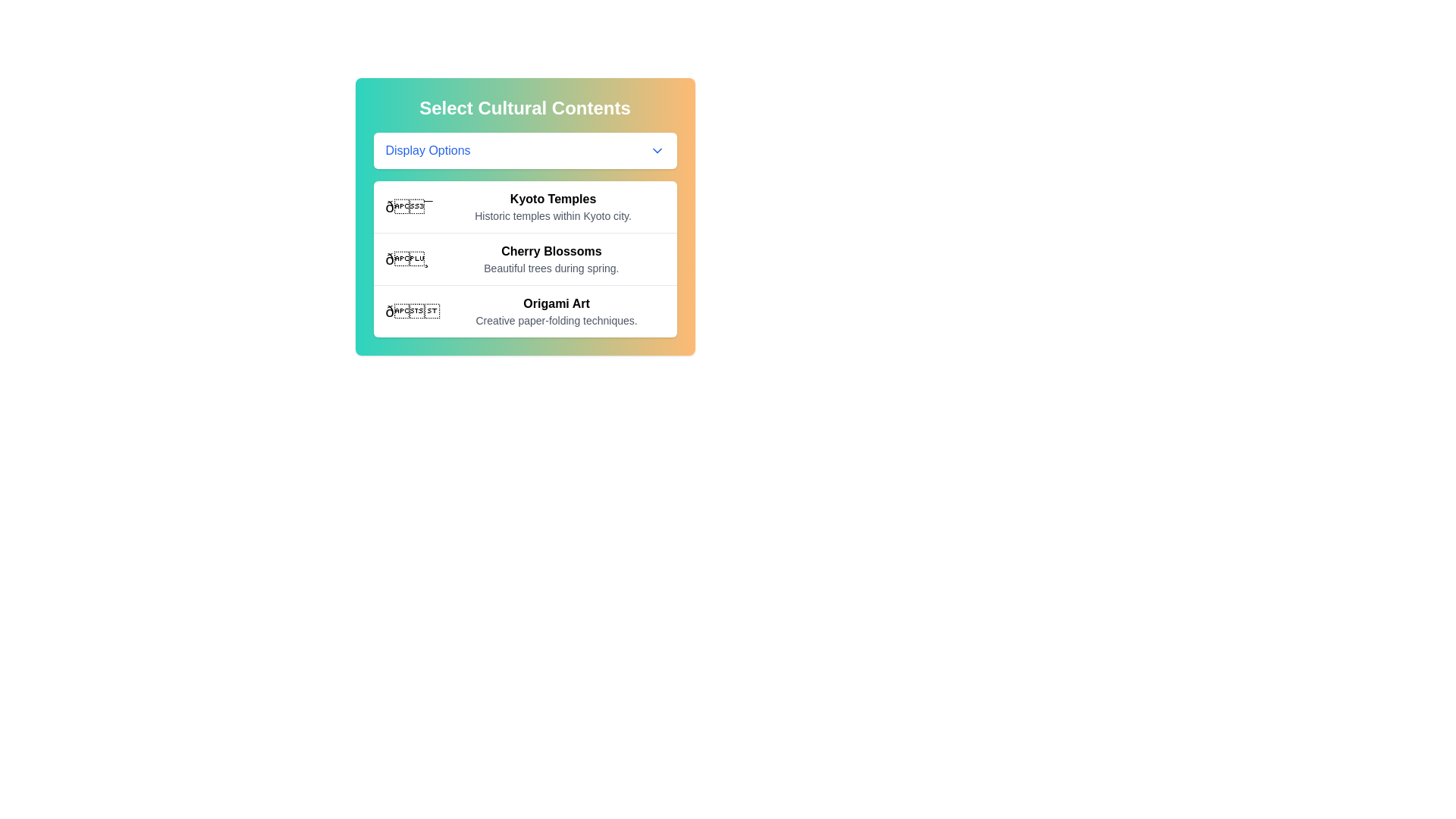  What do you see at coordinates (551, 259) in the screenshot?
I see `text content of the descriptive text block labeled 'Cherry Blossoms', which is the second entry in the list under 'Select Cultural Contents'` at bounding box center [551, 259].